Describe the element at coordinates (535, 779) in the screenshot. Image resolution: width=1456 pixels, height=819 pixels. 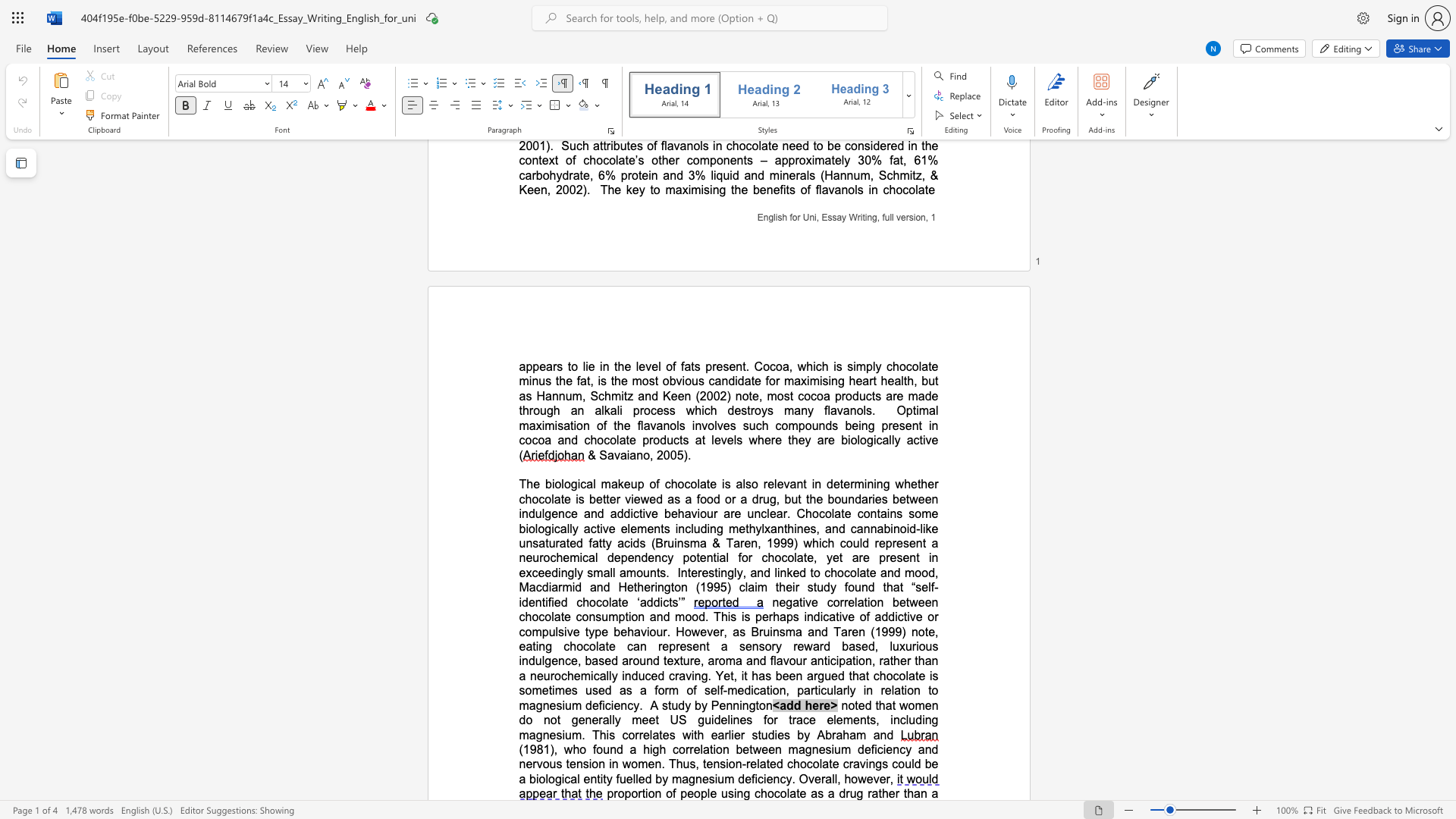
I see `the subset text "iological entity fuelled by magnesium deficienc" within the text "(1981), who found a high correlation between magnesium deficiency and nervous tension in women. Thus, tension-related chocolate cravings could be a biological entity fuelled by magnesium deficiency. Overall, however,"` at that location.